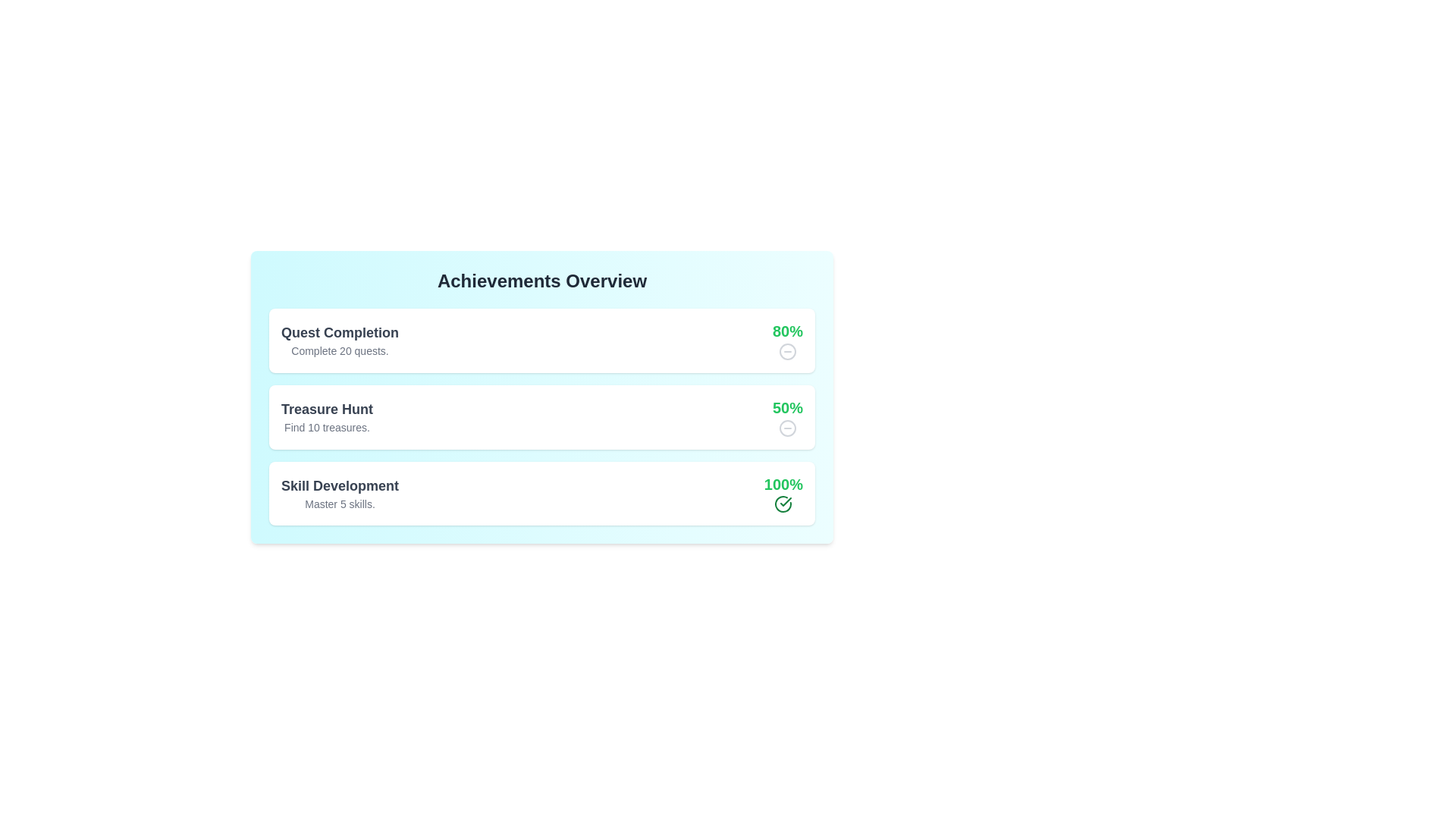 The width and height of the screenshot is (1456, 819). I want to click on the Progress Card element that indicates 100% completion of the 'Skill Development' task, located in the 'Achievements Overview' section, so click(542, 493).